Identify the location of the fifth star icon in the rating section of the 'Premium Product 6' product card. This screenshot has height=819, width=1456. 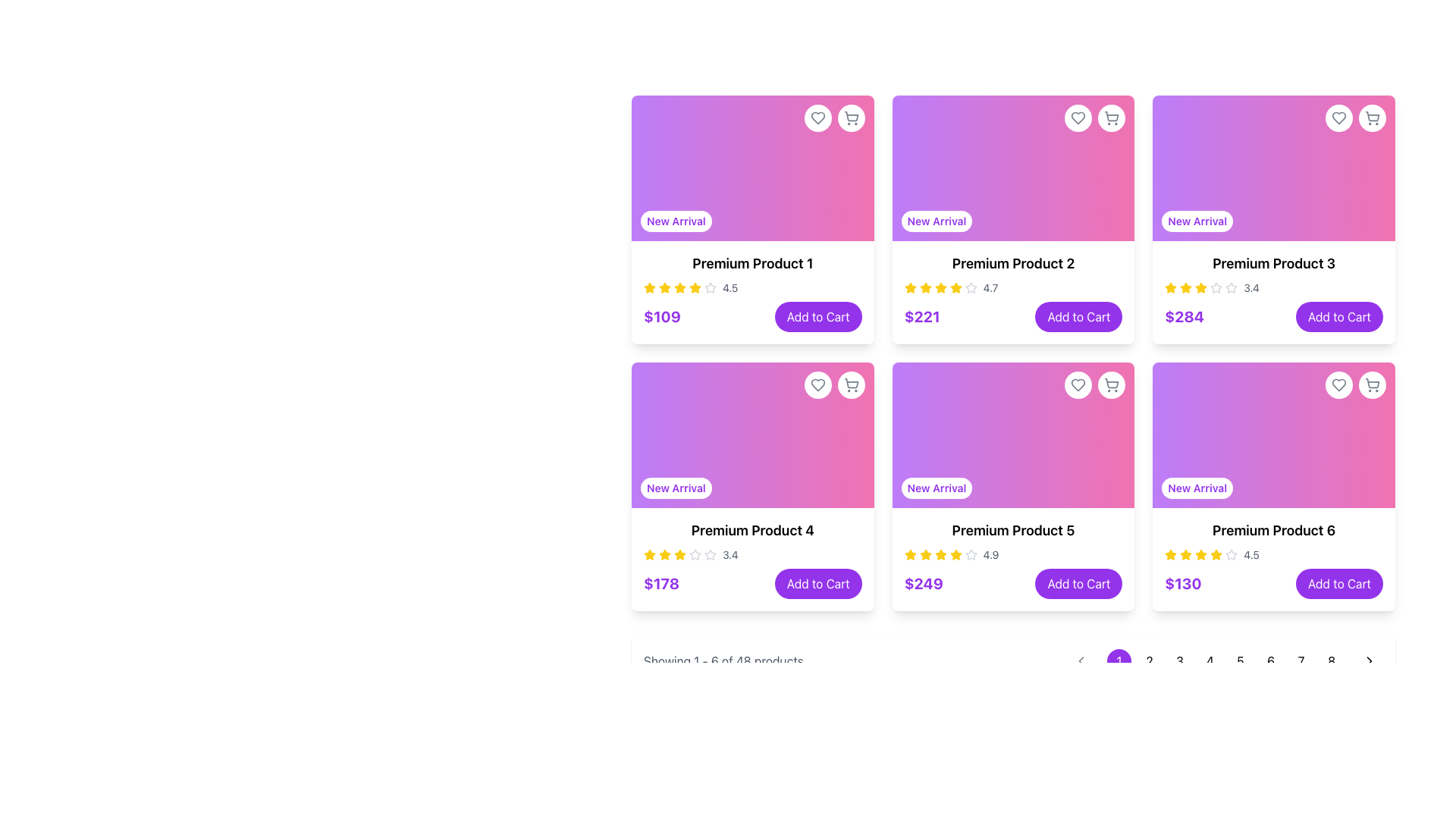
(1232, 555).